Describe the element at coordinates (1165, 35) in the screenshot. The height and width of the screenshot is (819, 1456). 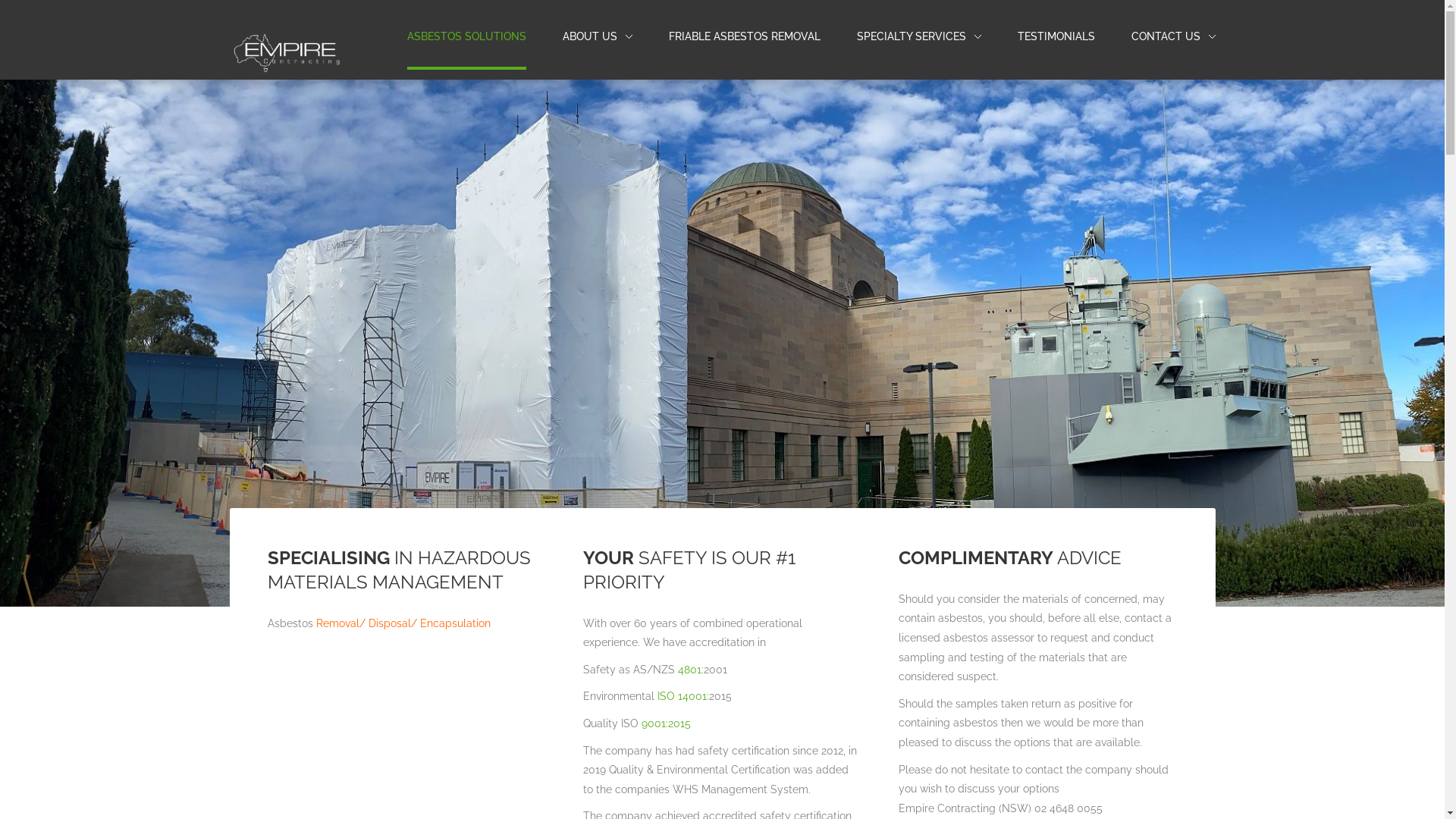
I see `'CONTACT US'` at that location.